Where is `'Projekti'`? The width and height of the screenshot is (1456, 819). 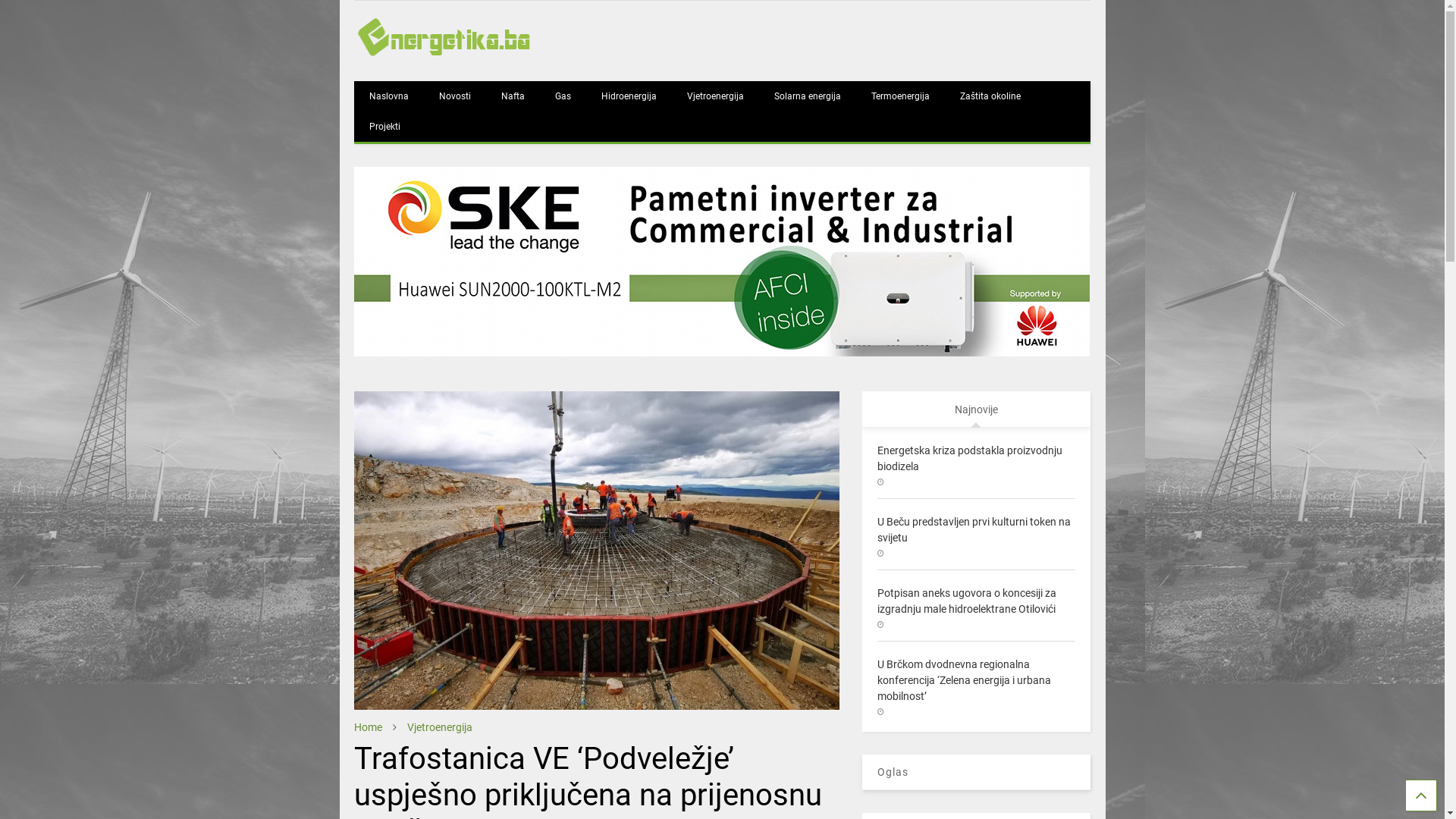 'Projekti' is located at coordinates (384, 125).